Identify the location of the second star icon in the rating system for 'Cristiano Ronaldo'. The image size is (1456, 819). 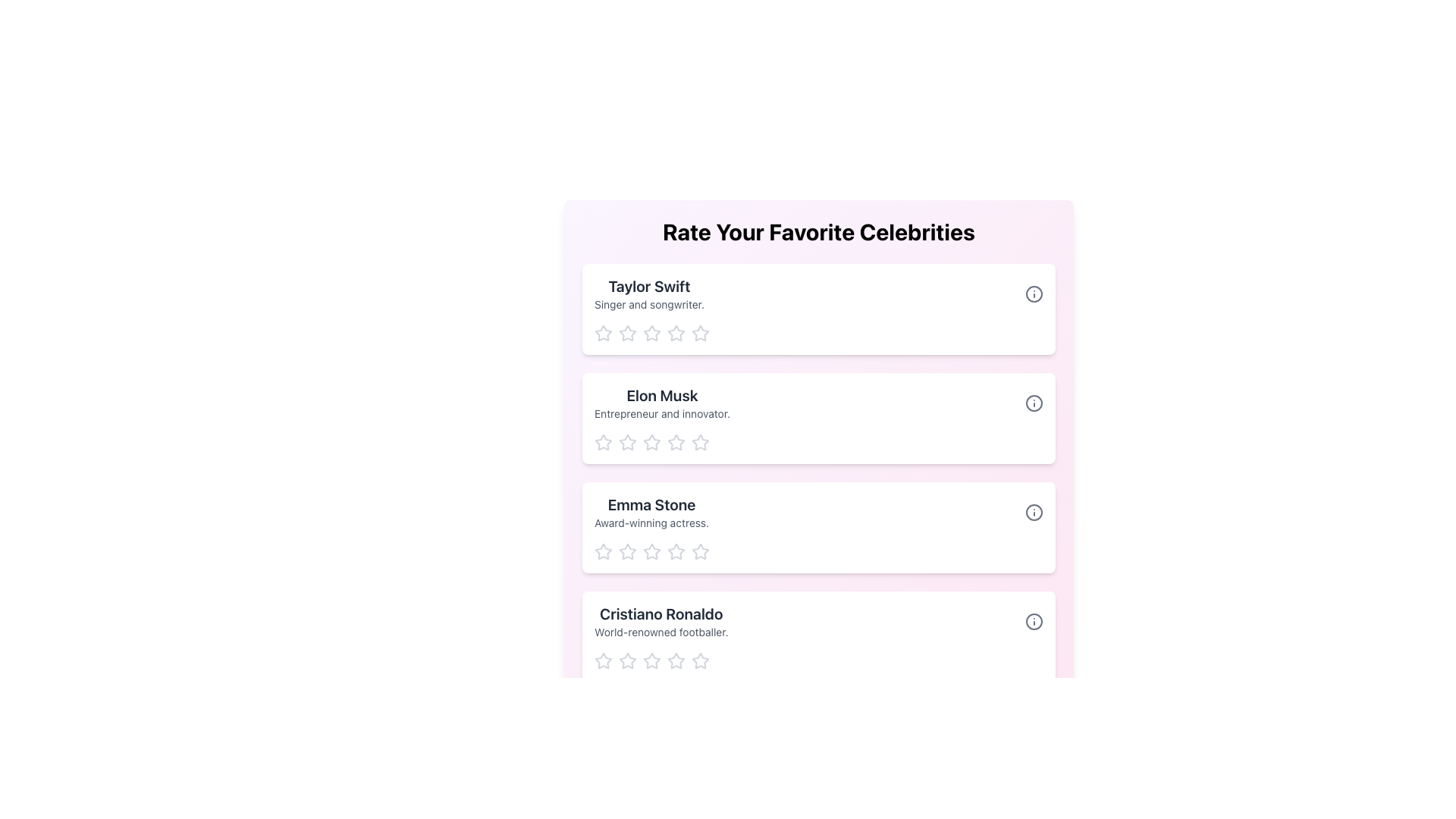
(676, 660).